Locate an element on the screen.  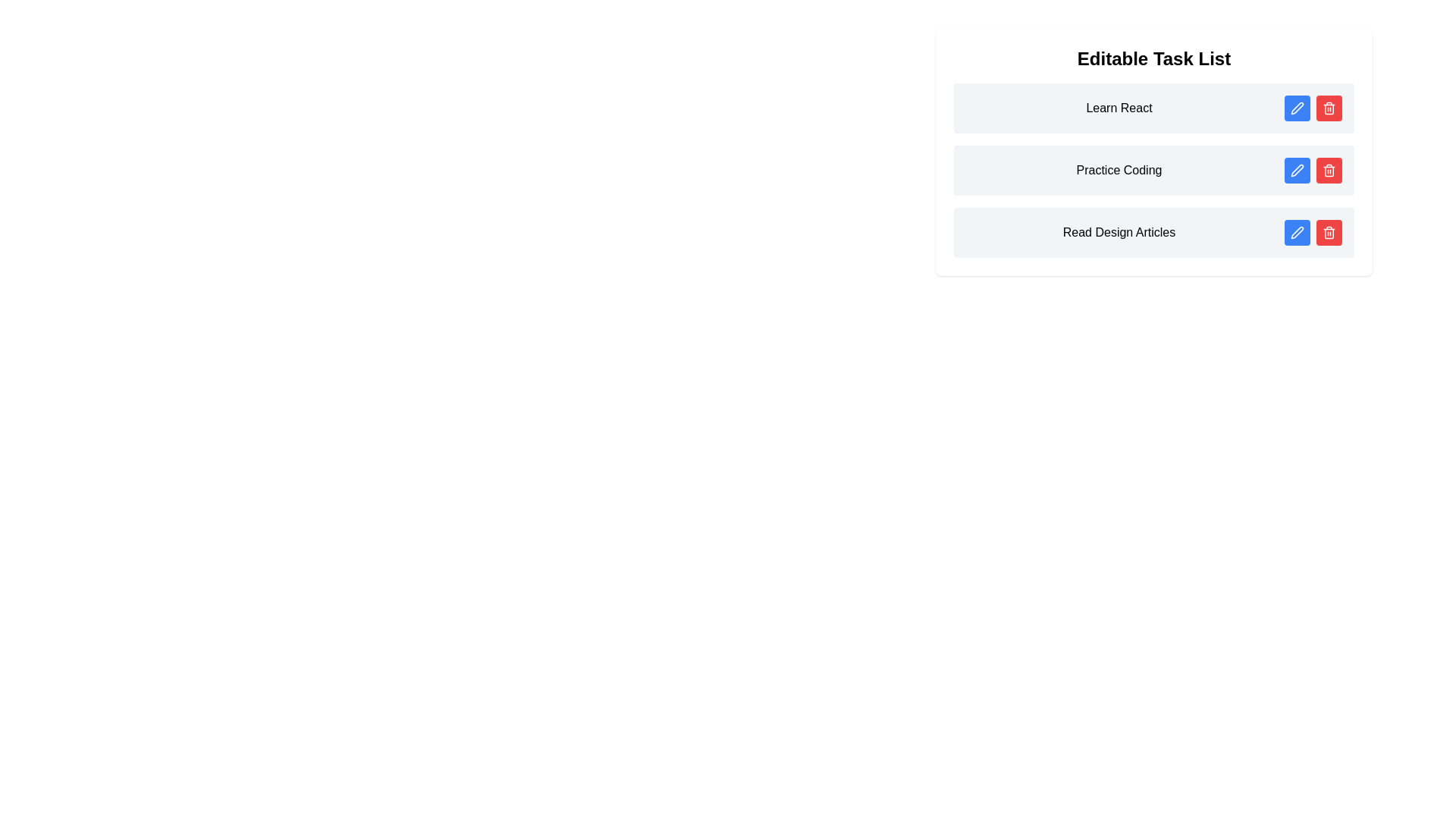
the delete button located on the right side of the task item in the top row of the list, adjacent to the blue button with a pen icon is located at coordinates (1328, 107).